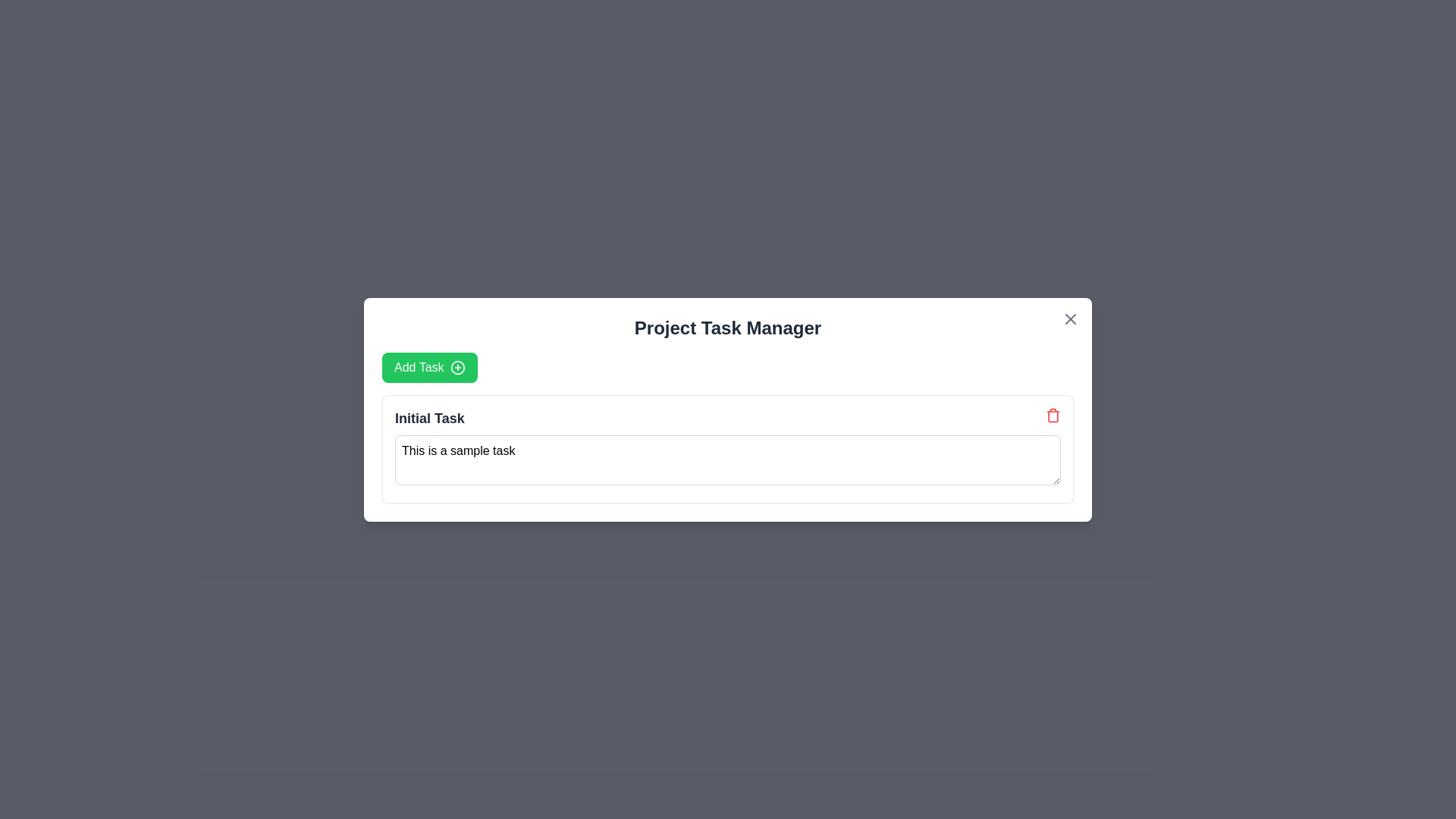  Describe the element at coordinates (457, 367) in the screenshot. I see `the small circular '+' icon with a green border located at the far right of the 'Add Task' button` at that location.